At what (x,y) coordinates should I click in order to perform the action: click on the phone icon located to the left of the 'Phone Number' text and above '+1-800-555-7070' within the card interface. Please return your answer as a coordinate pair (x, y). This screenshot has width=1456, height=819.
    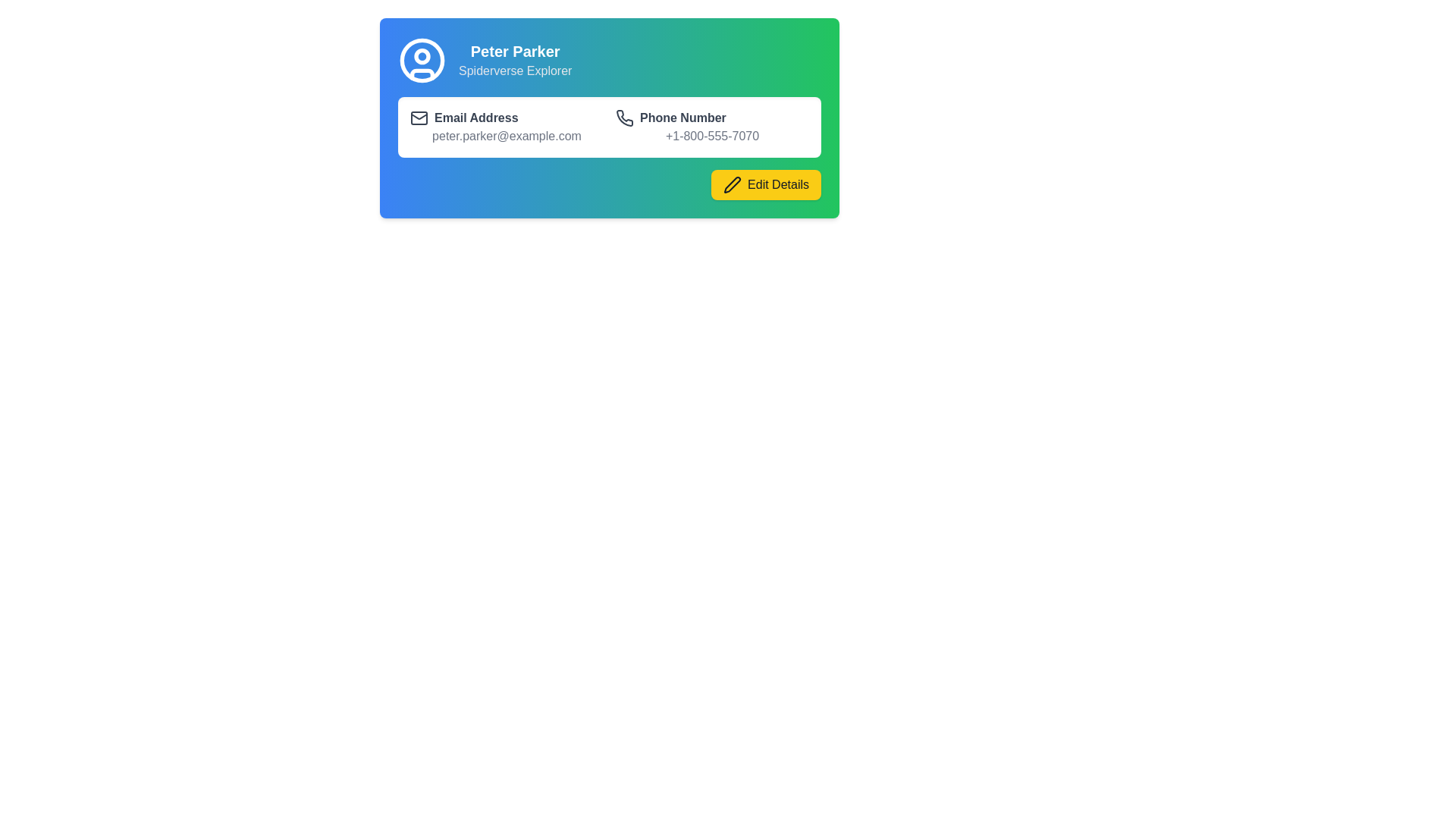
    Looking at the image, I should click on (625, 117).